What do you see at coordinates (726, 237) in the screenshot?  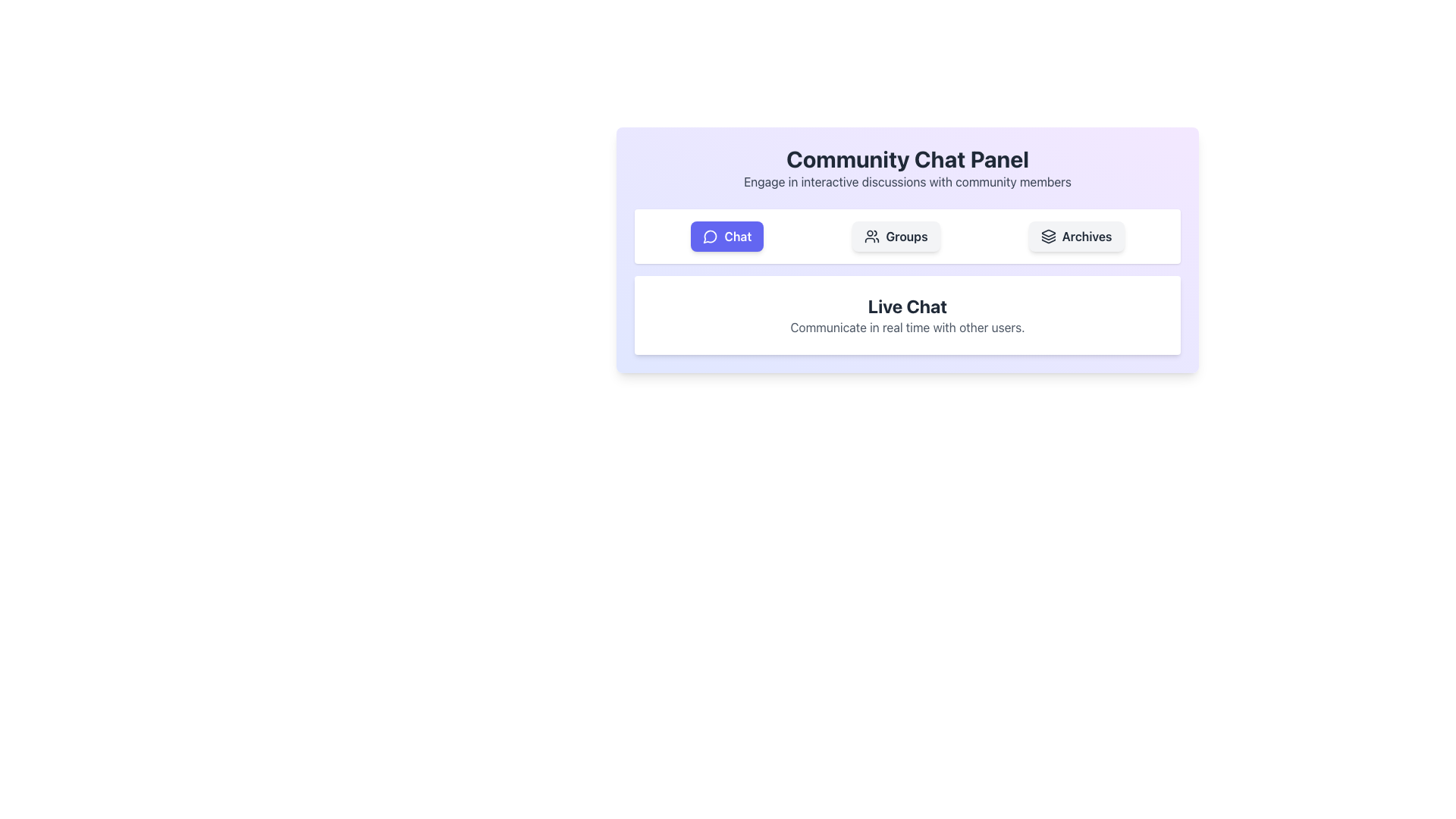 I see `the vibrant indigo 'Chat' button with a white chat bubble icon` at bounding box center [726, 237].